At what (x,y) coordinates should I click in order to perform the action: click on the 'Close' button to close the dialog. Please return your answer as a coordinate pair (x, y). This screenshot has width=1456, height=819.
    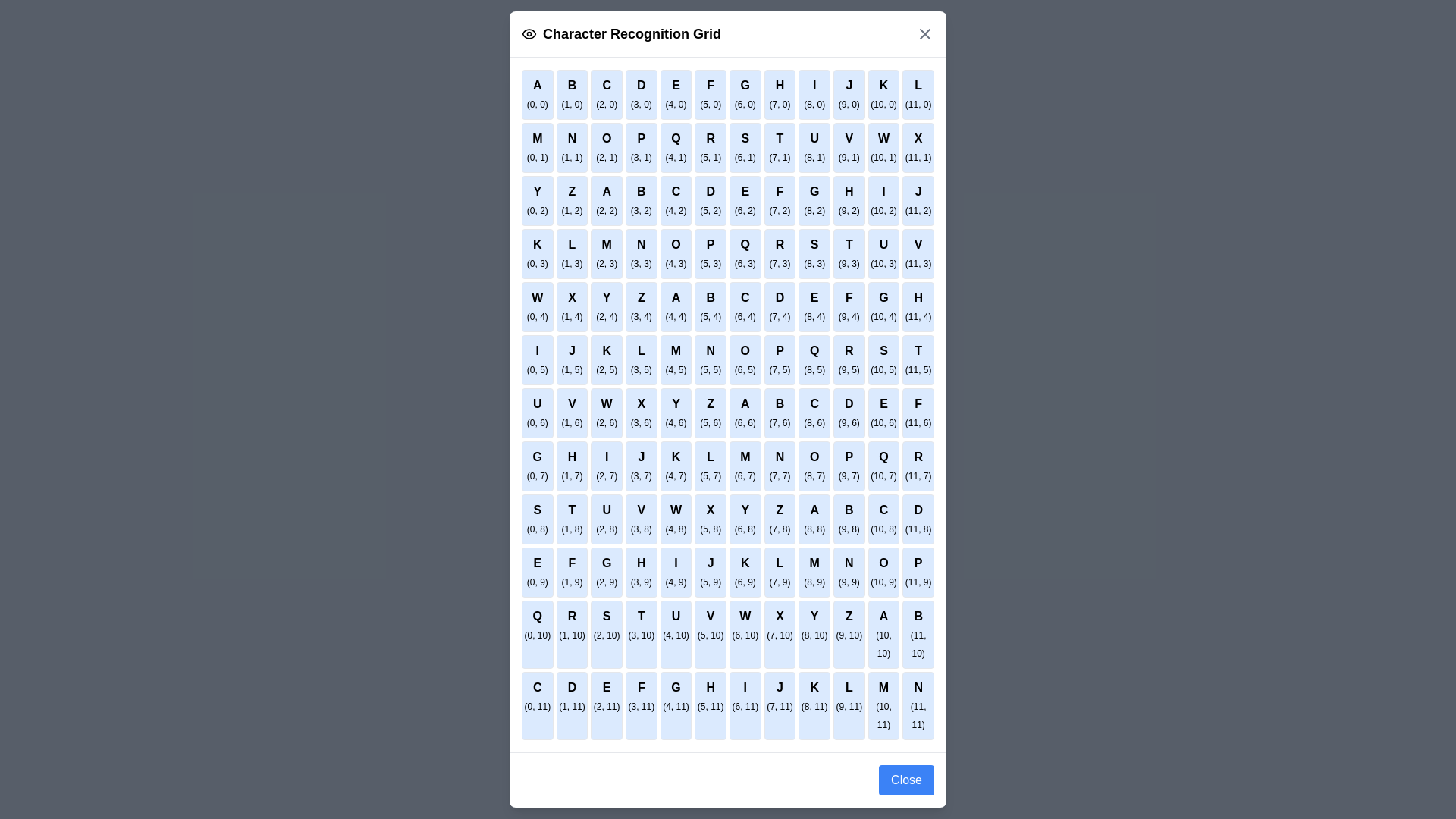
    Looking at the image, I should click on (906, 780).